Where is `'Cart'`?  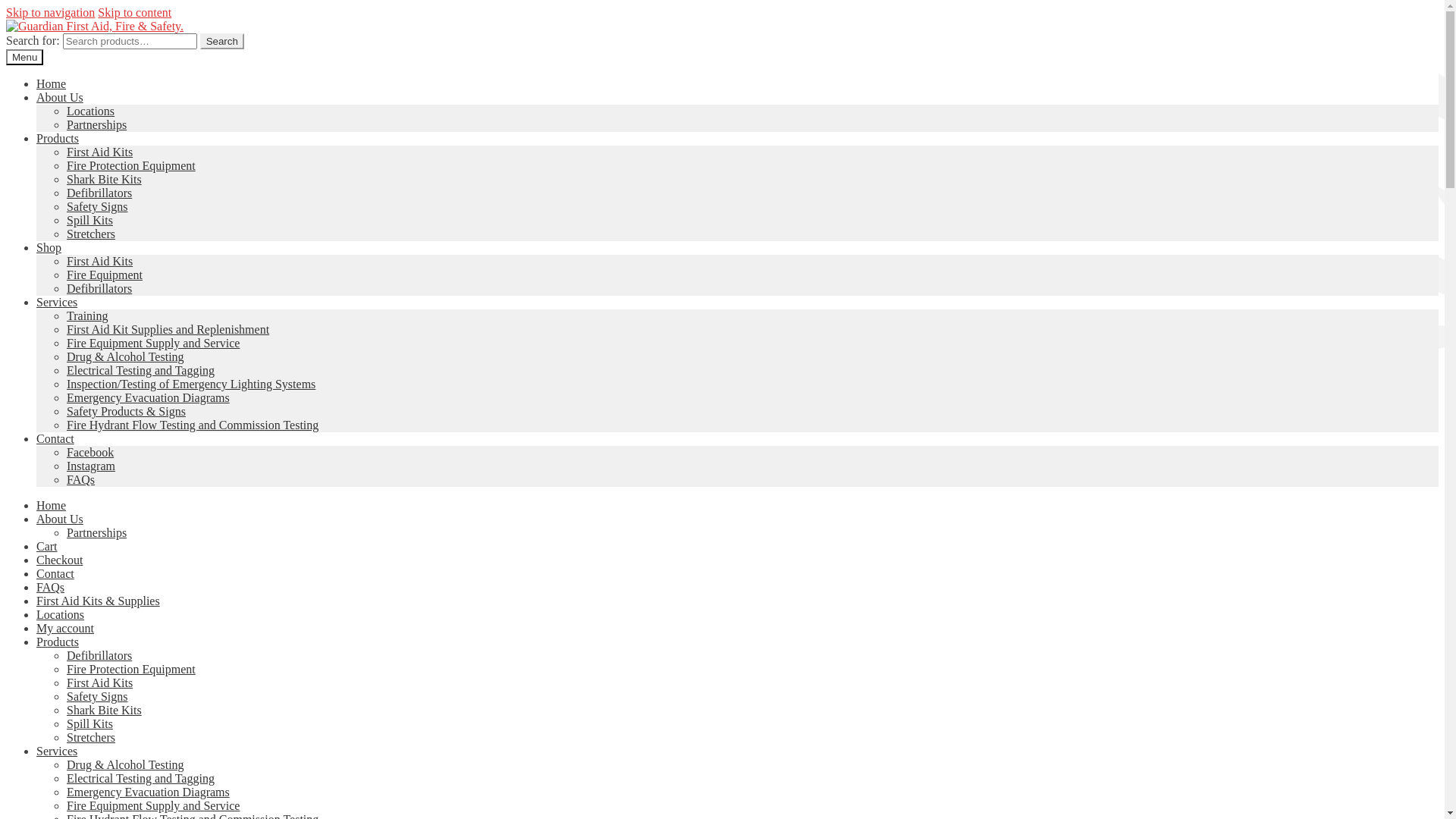
'Cart' is located at coordinates (47, 546).